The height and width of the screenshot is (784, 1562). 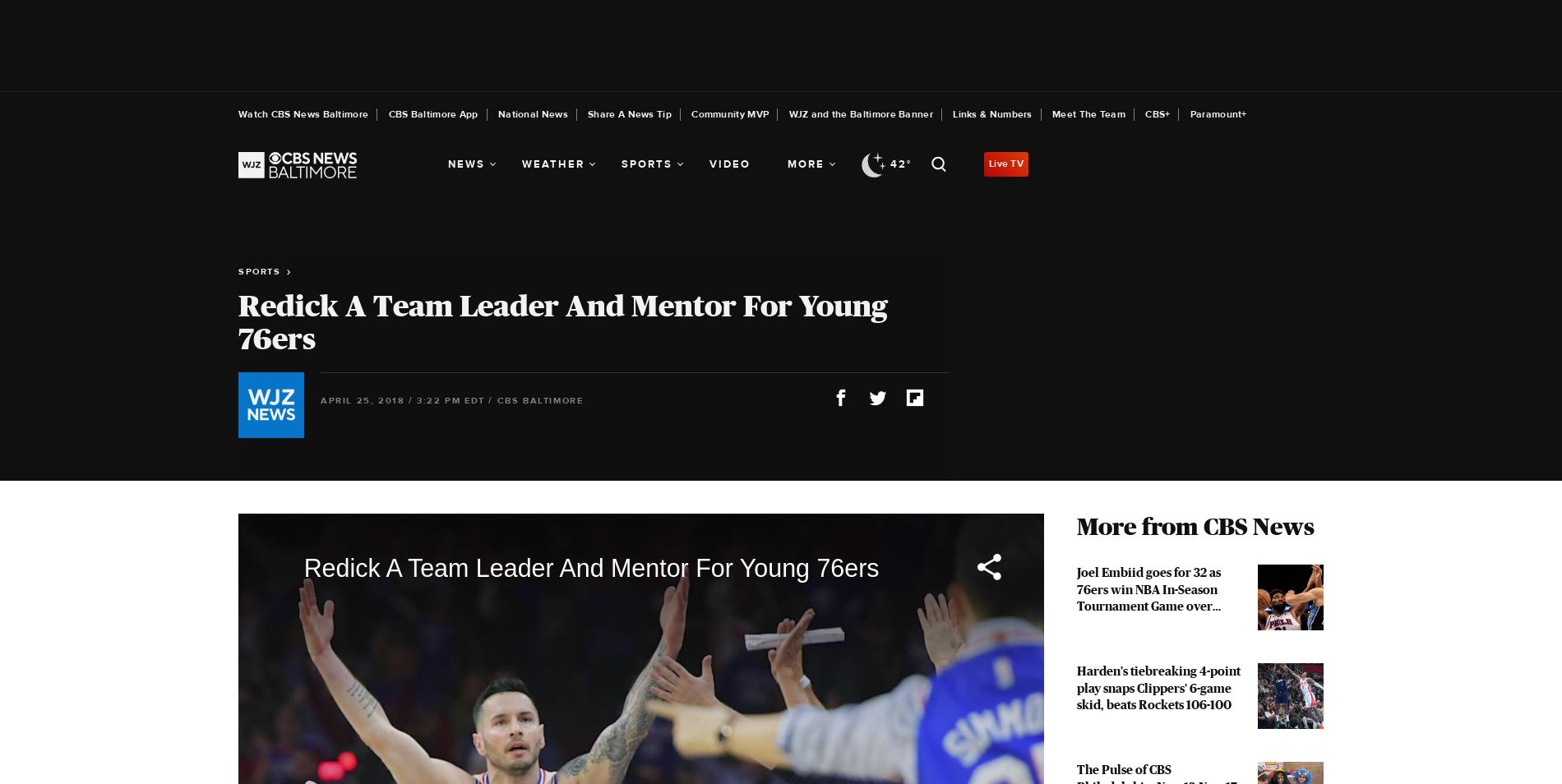 What do you see at coordinates (1218, 113) in the screenshot?
I see `'Paramount+'` at bounding box center [1218, 113].